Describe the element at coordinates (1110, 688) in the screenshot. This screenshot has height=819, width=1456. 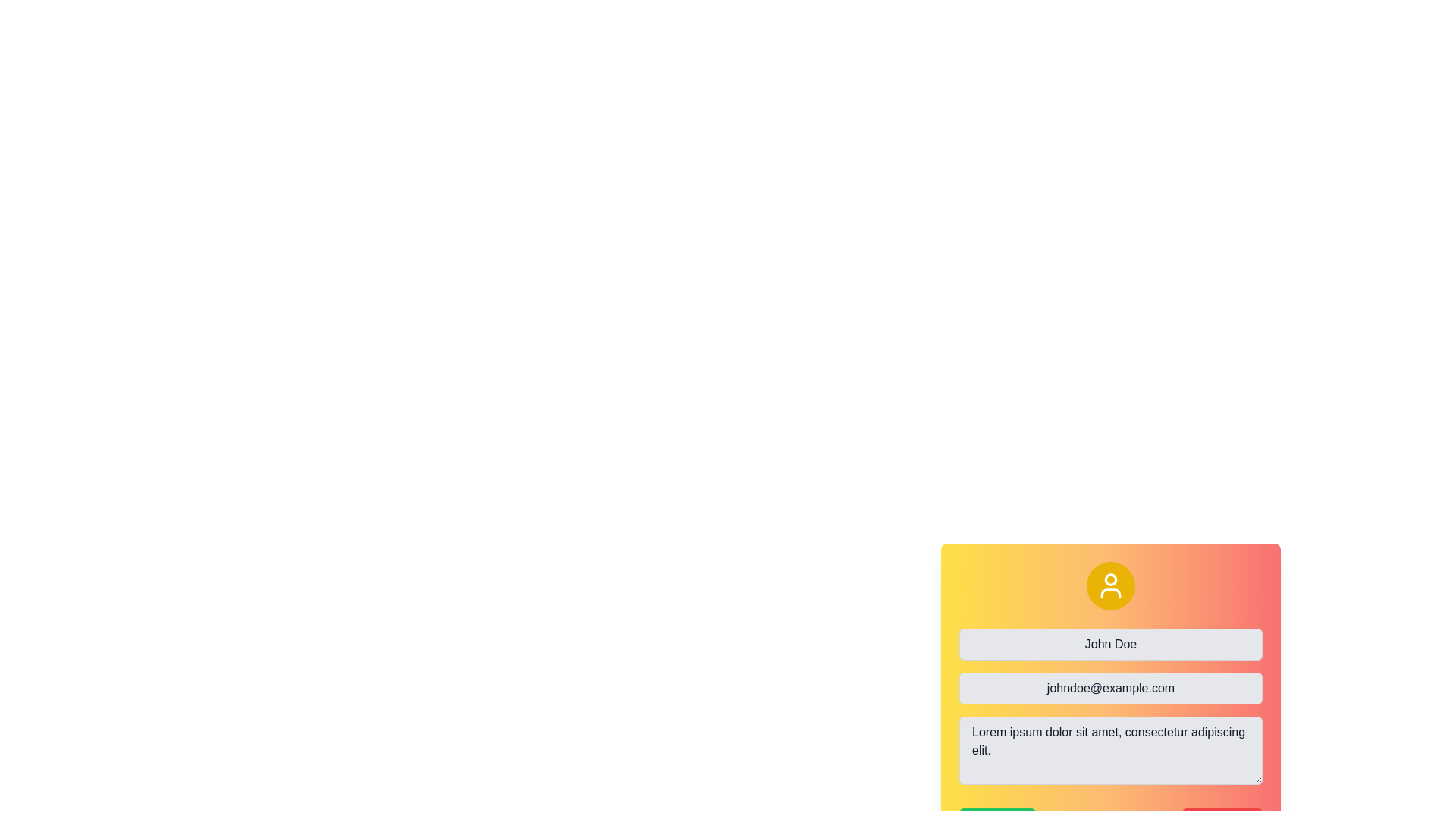
I see `the email input field located between the 'John Doe' input field above and the text area below` at that location.